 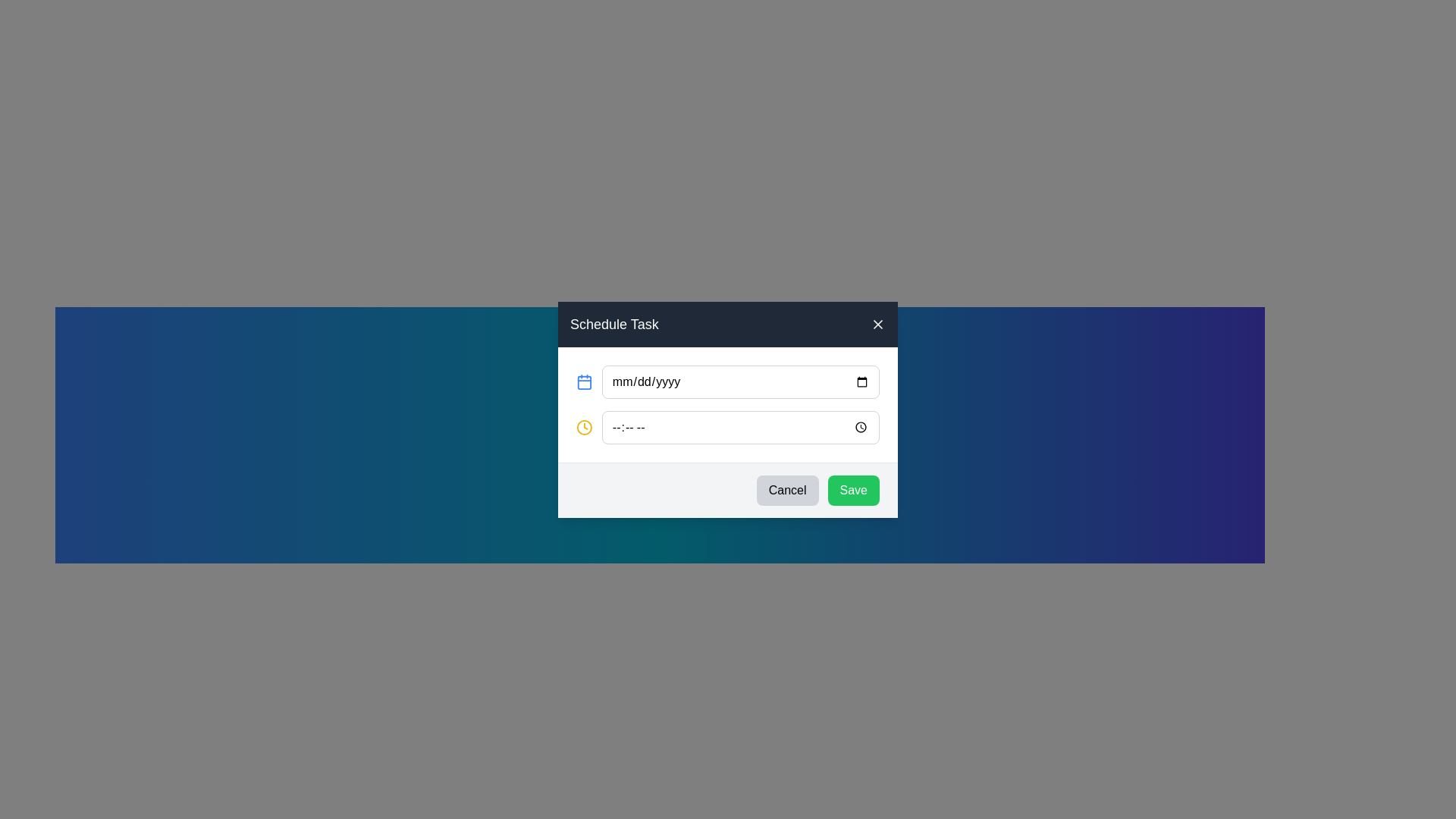 I want to click on the decorative graphic of a clock icon located to the right of the time input field in the 'Schedule Task' modal dialog, so click(x=583, y=427).